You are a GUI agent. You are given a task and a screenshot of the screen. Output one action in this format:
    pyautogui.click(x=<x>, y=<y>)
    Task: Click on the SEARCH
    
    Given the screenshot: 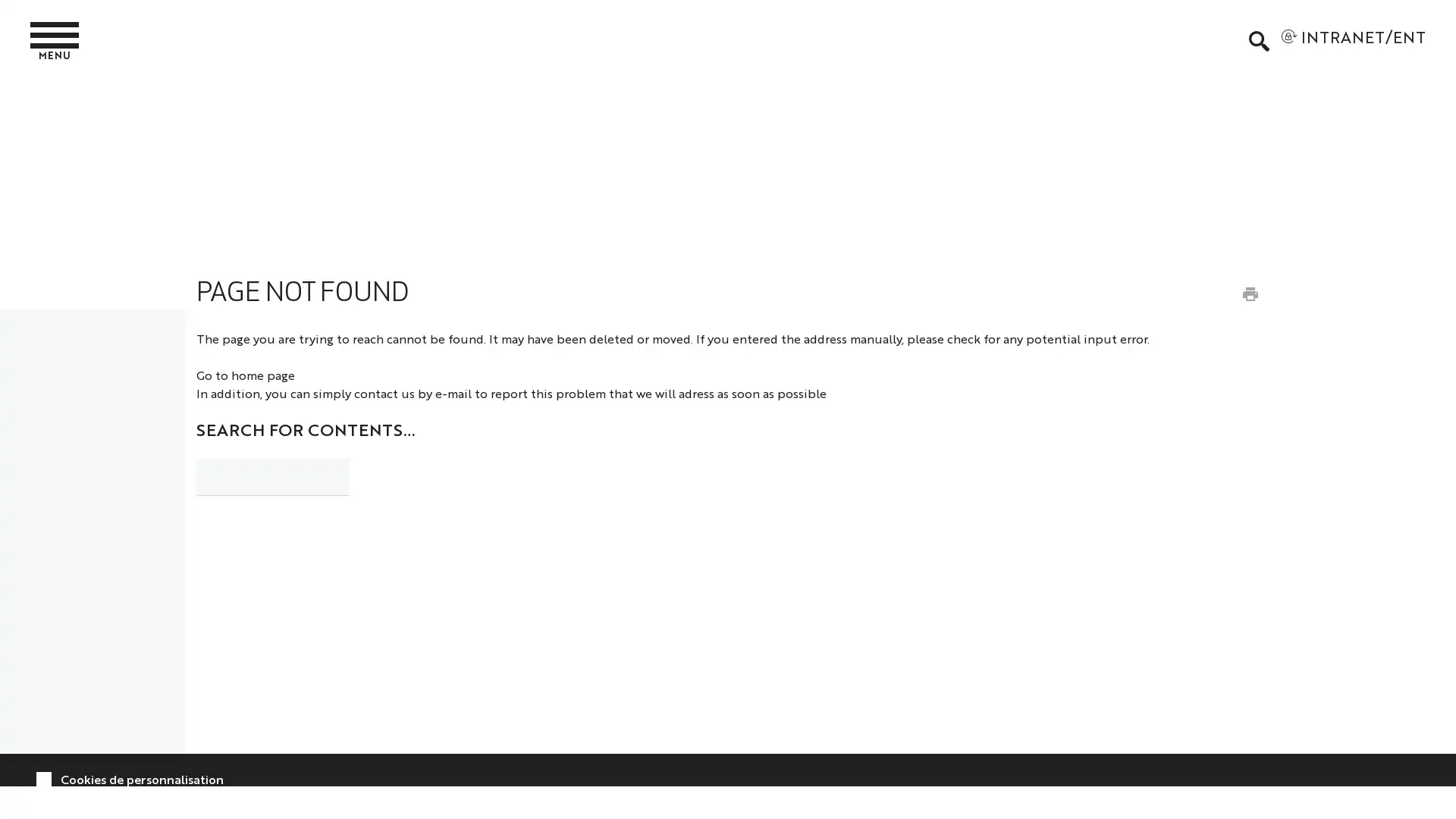 What is the action you would take?
    pyautogui.click(x=1258, y=40)
    